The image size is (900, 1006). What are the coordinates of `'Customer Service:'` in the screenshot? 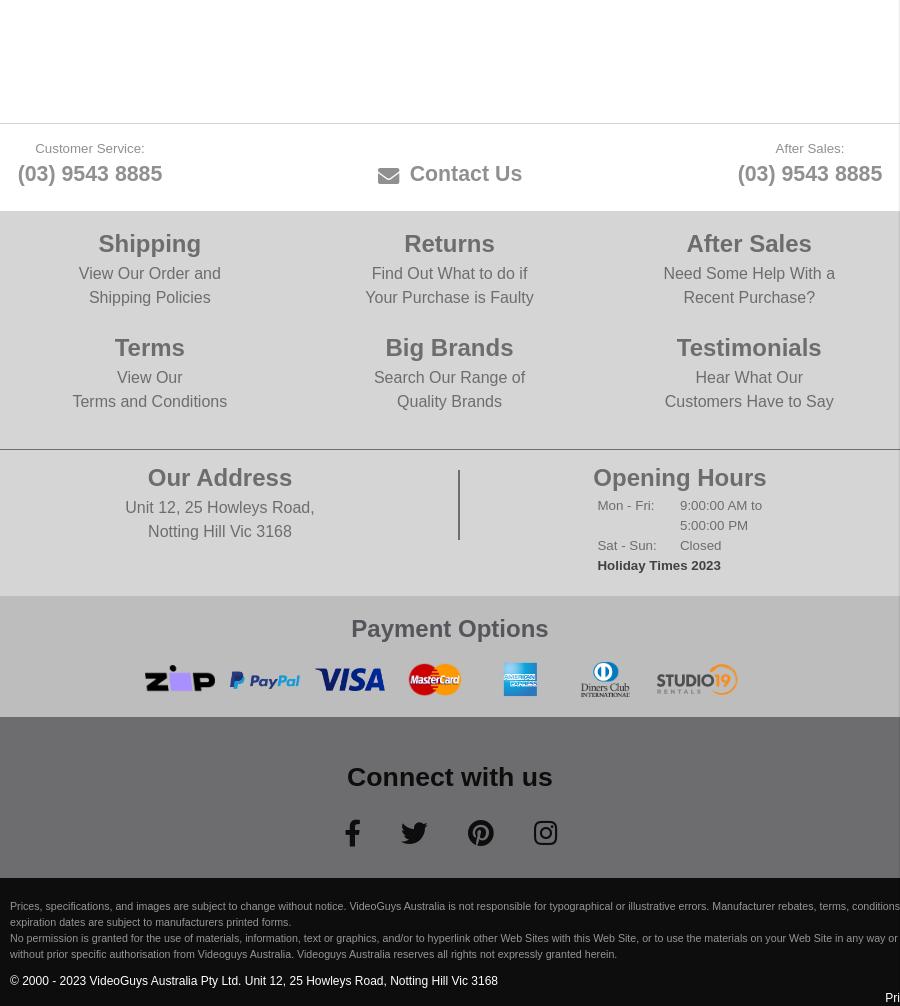 It's located at (34, 147).